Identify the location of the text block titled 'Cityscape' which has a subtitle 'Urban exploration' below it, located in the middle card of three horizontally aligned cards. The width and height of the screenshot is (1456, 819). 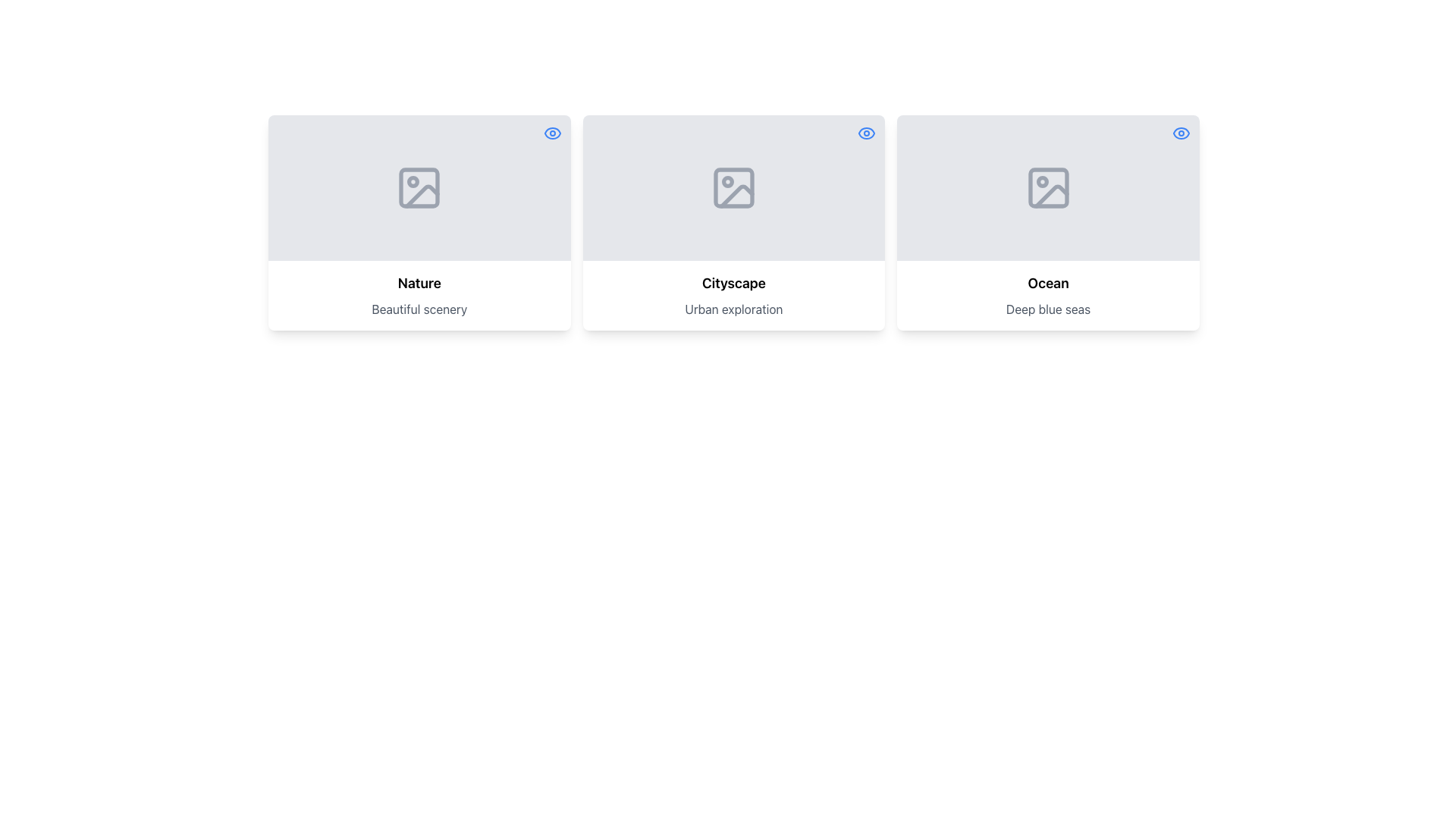
(734, 295).